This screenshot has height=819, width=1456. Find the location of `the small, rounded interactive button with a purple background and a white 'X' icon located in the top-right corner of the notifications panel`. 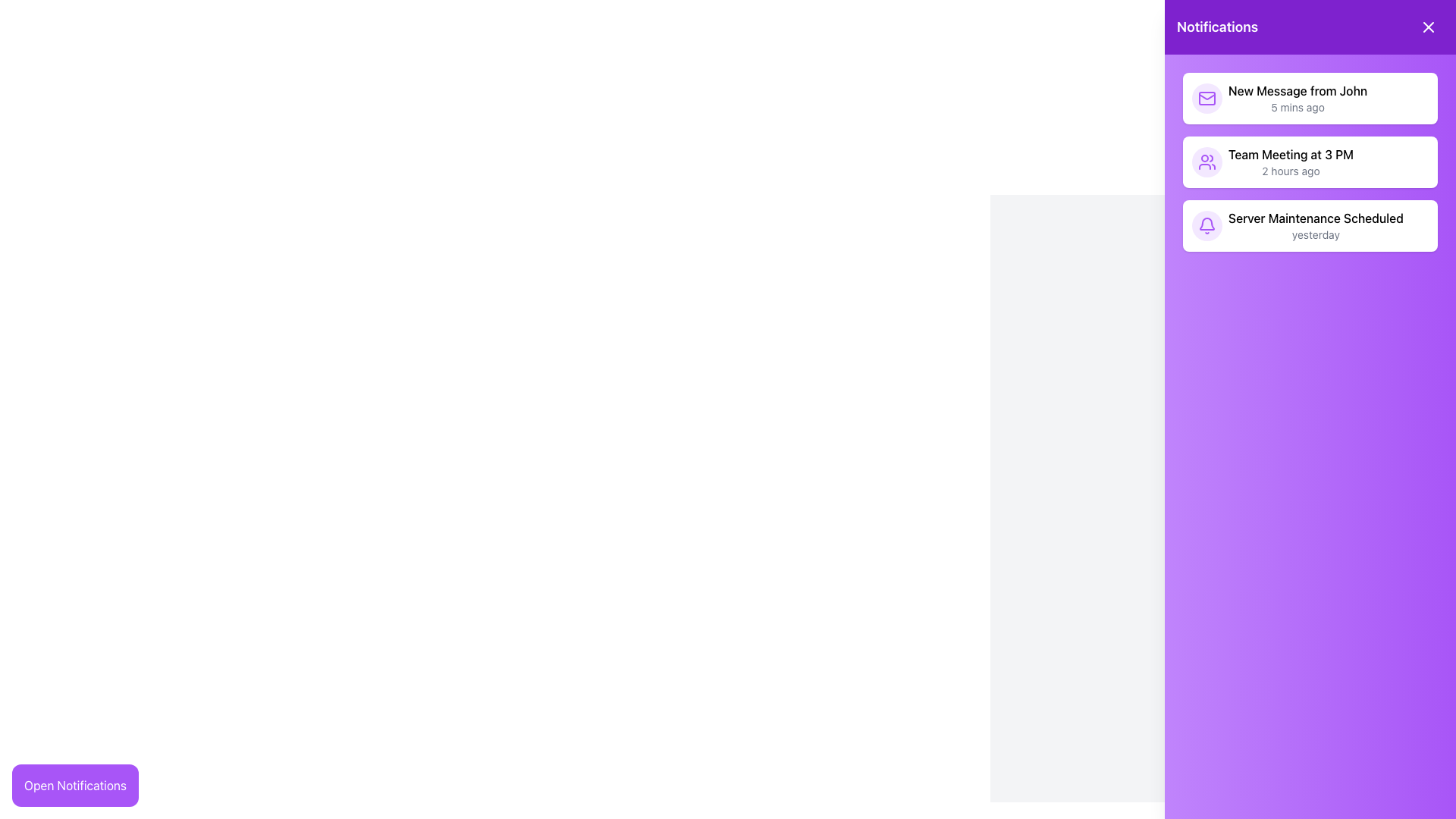

the small, rounded interactive button with a purple background and a white 'X' icon located in the top-right corner of the notifications panel is located at coordinates (1427, 27).